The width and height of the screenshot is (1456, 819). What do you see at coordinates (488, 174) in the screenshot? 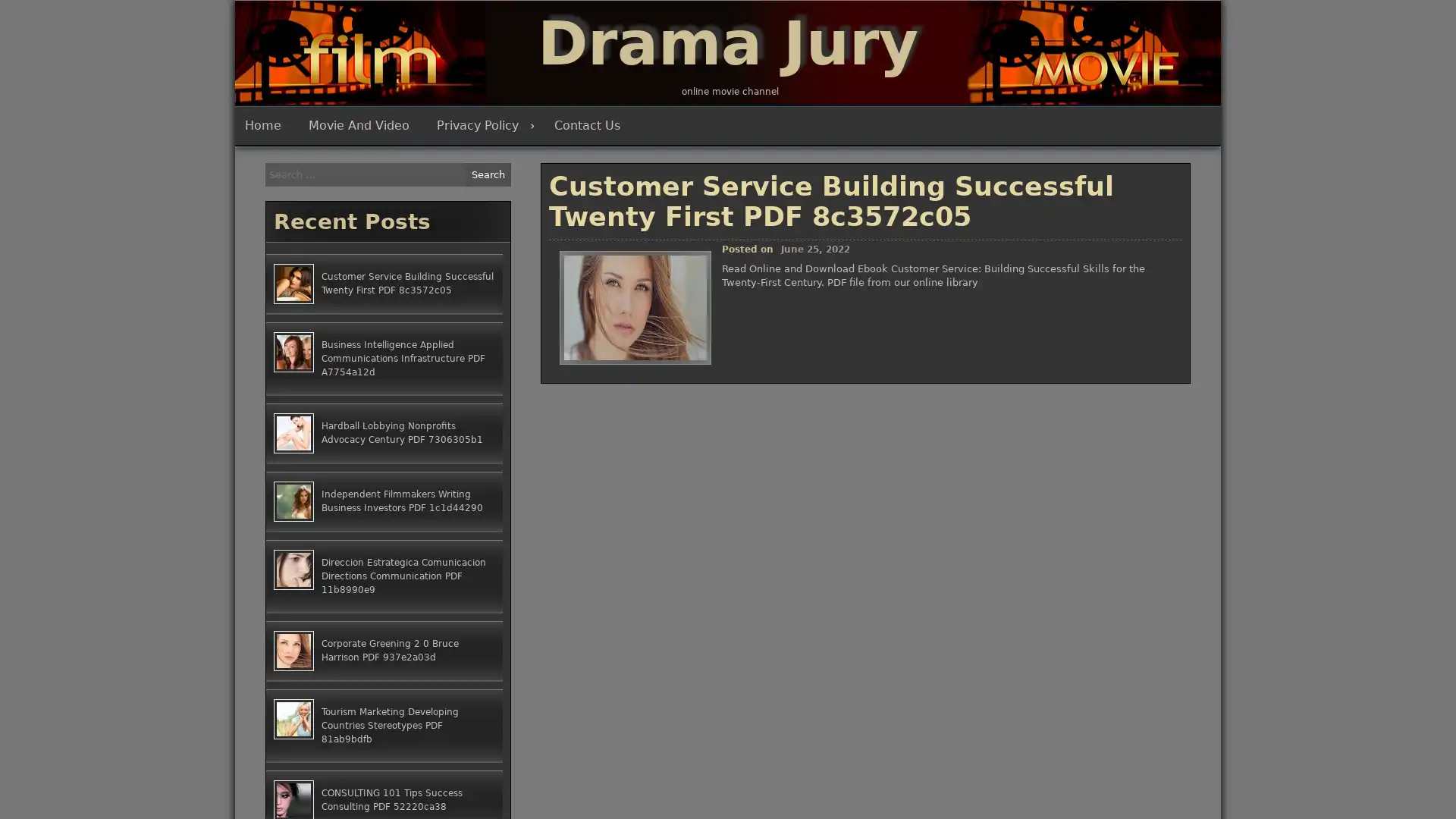
I see `Search` at bounding box center [488, 174].